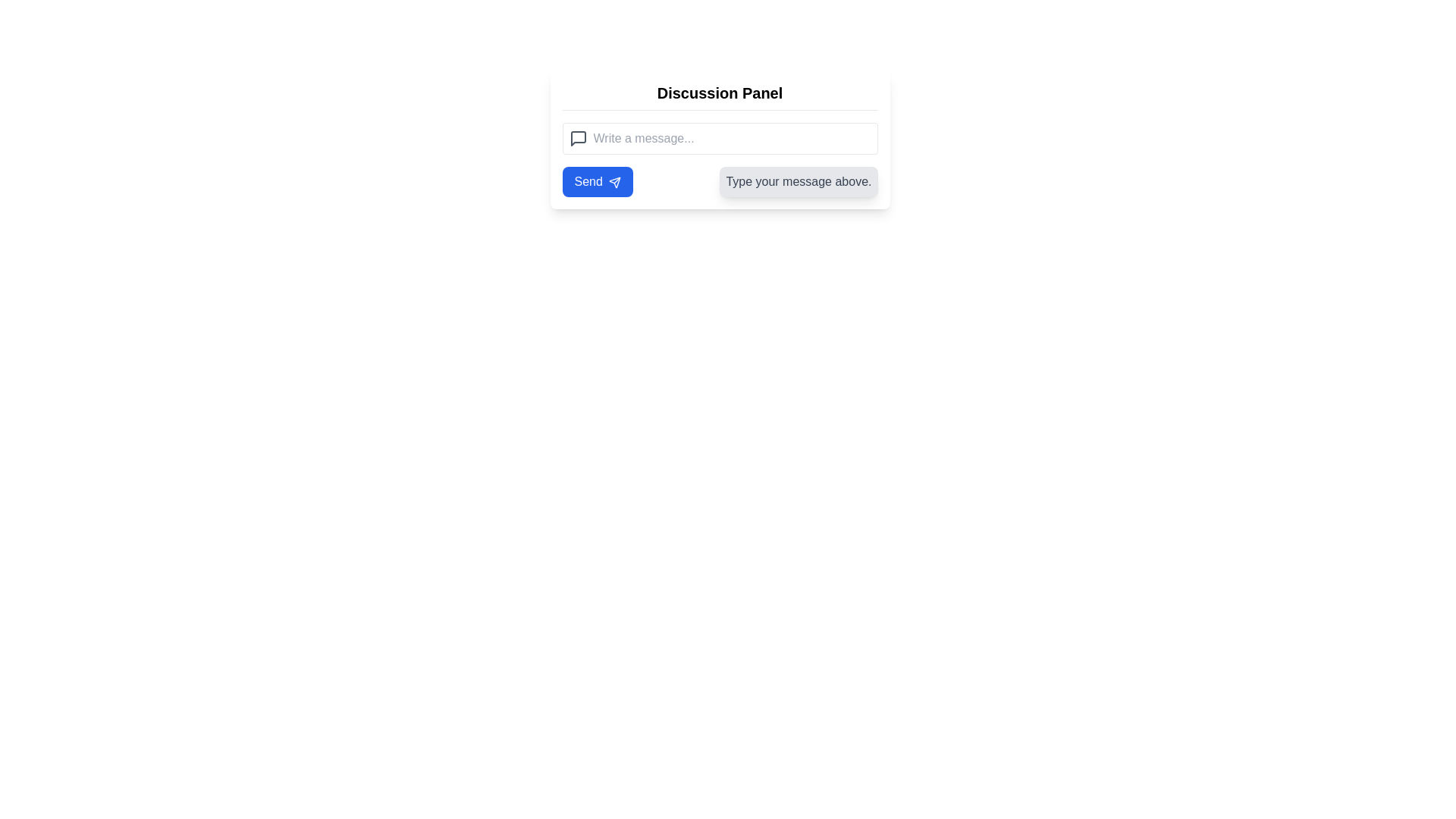 Image resolution: width=1456 pixels, height=819 pixels. What do you see at coordinates (615, 181) in the screenshot?
I see `the 'Send' icon located to the right of the 'Send' text button in the bottom-left corner of the panel for its symbolic function of sending messages` at bounding box center [615, 181].